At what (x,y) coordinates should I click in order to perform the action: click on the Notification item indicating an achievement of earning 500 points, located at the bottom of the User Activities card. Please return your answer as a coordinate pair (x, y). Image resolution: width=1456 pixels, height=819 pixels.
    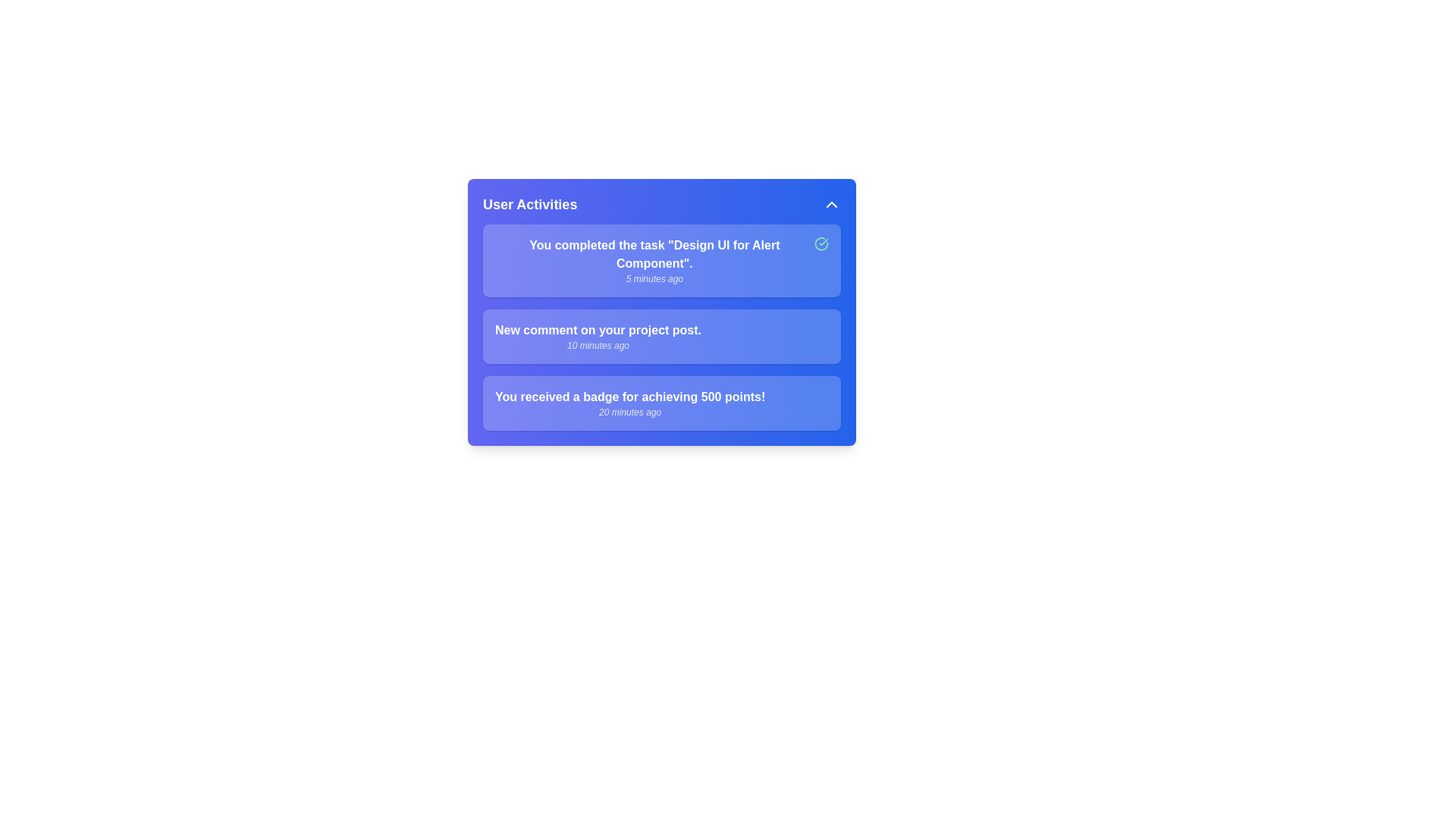
    Looking at the image, I should click on (630, 403).